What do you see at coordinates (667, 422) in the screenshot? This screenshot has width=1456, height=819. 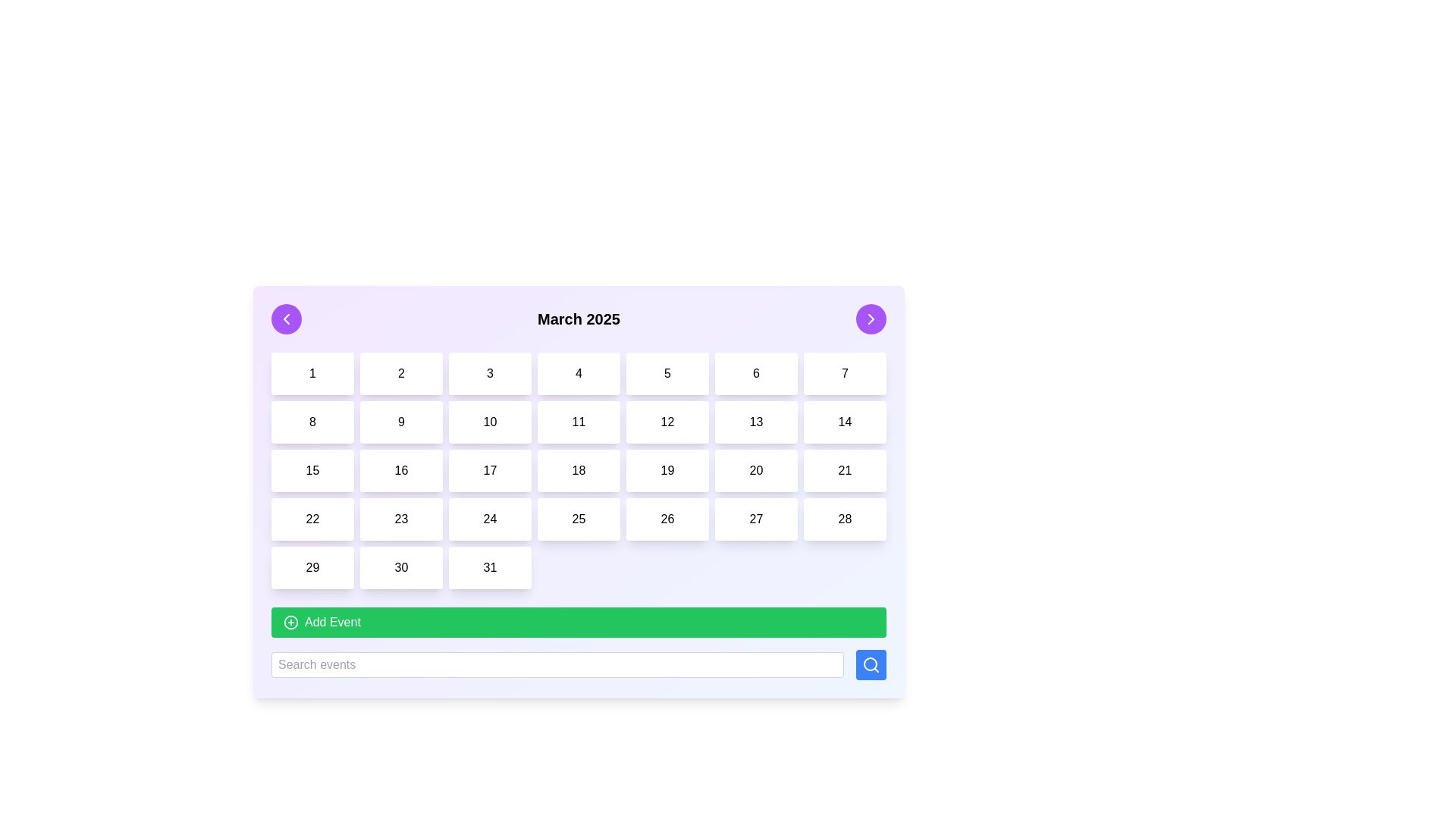 I see `the calendar cell displaying the number '12' in the second row, sixth column of the grid layout for March 2025` at bounding box center [667, 422].